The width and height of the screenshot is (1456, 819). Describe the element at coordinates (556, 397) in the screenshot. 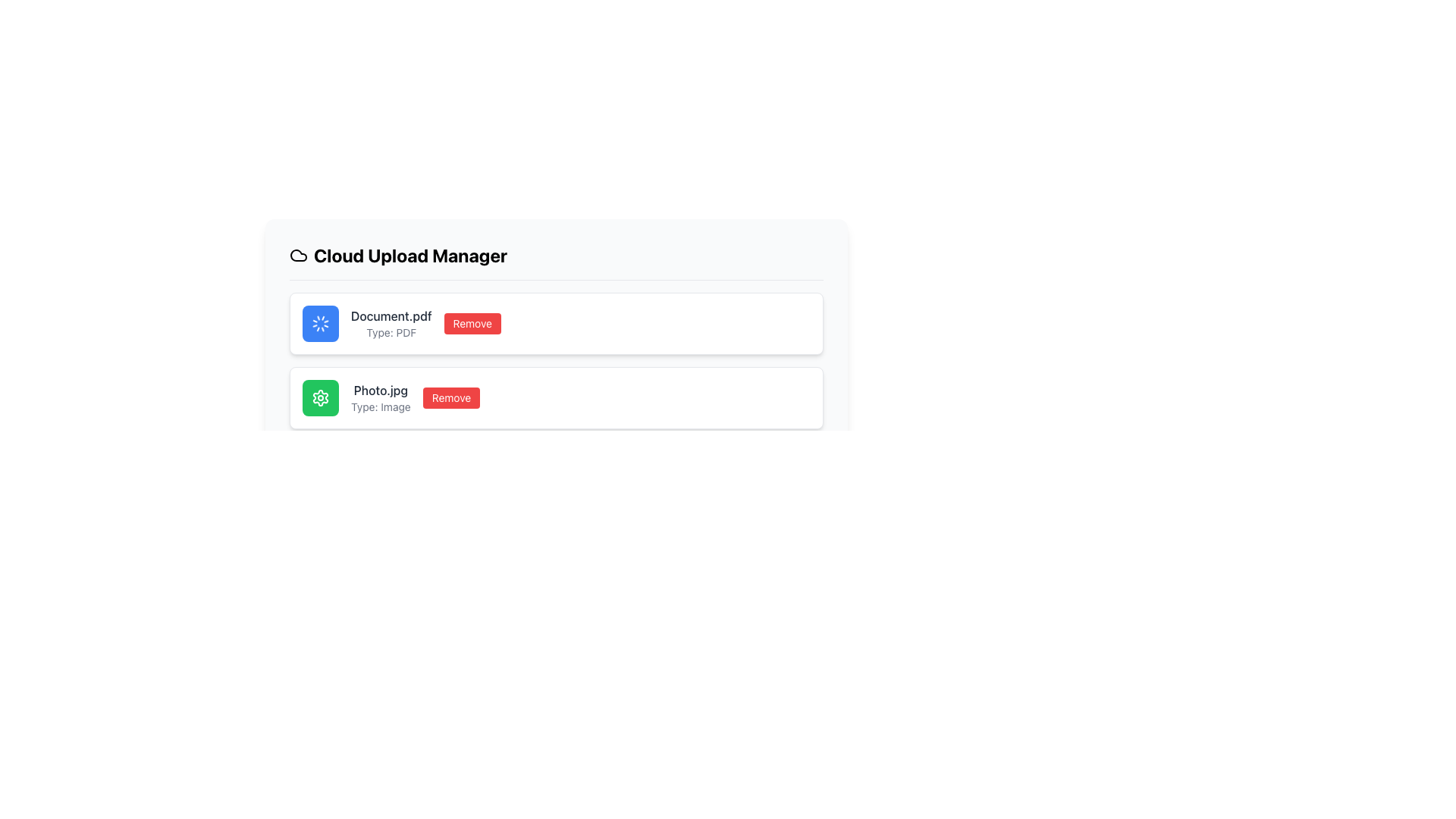

I see `displayed information of the second file listing entry in the file manager interface, which is an uploaded image file located between a blue-highlighted PDF item and a red-highlighted PPTX item` at that location.